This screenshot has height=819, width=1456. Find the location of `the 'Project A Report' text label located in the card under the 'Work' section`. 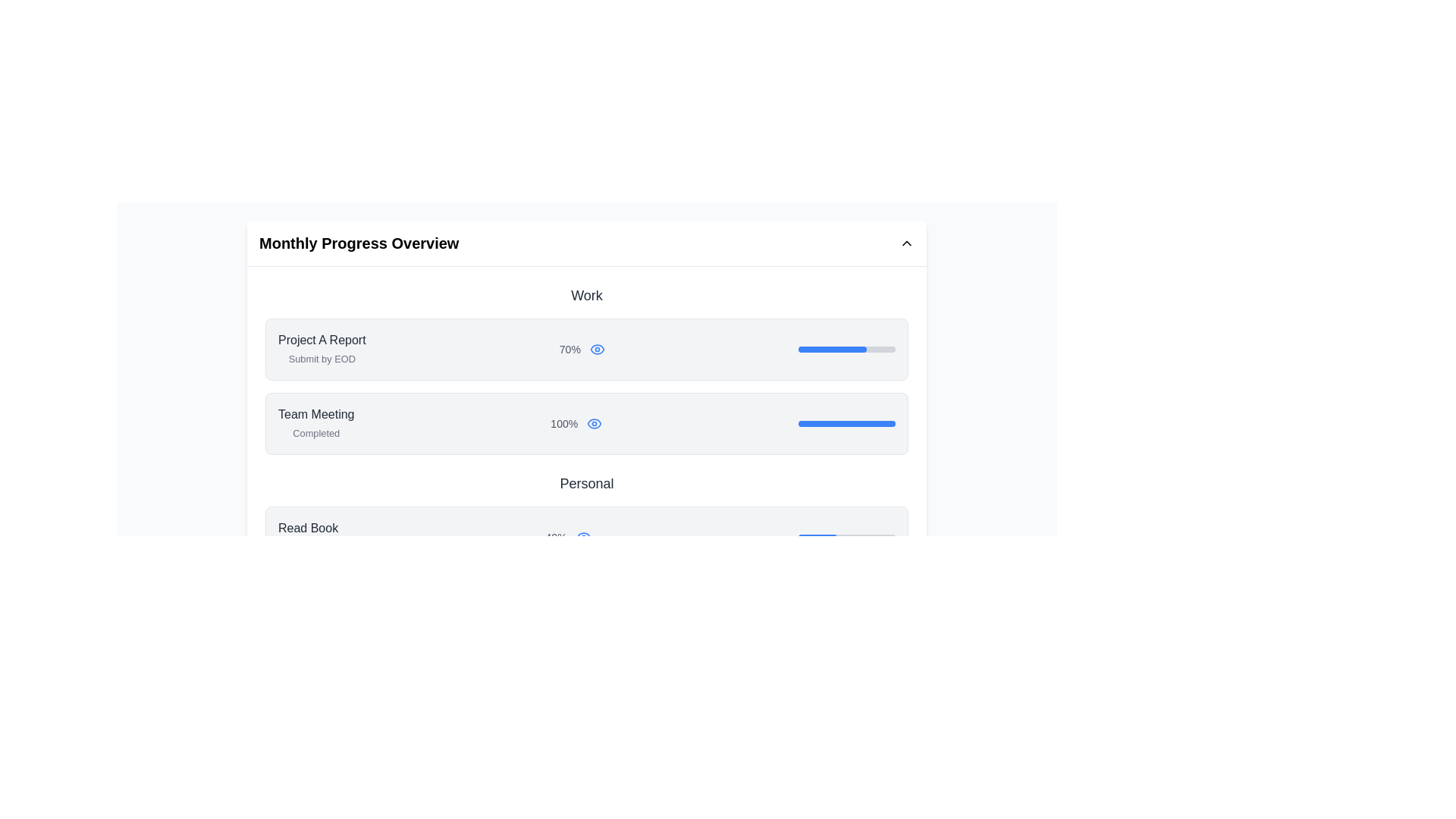

the 'Project A Report' text label located in the card under the 'Work' section is located at coordinates (321, 339).